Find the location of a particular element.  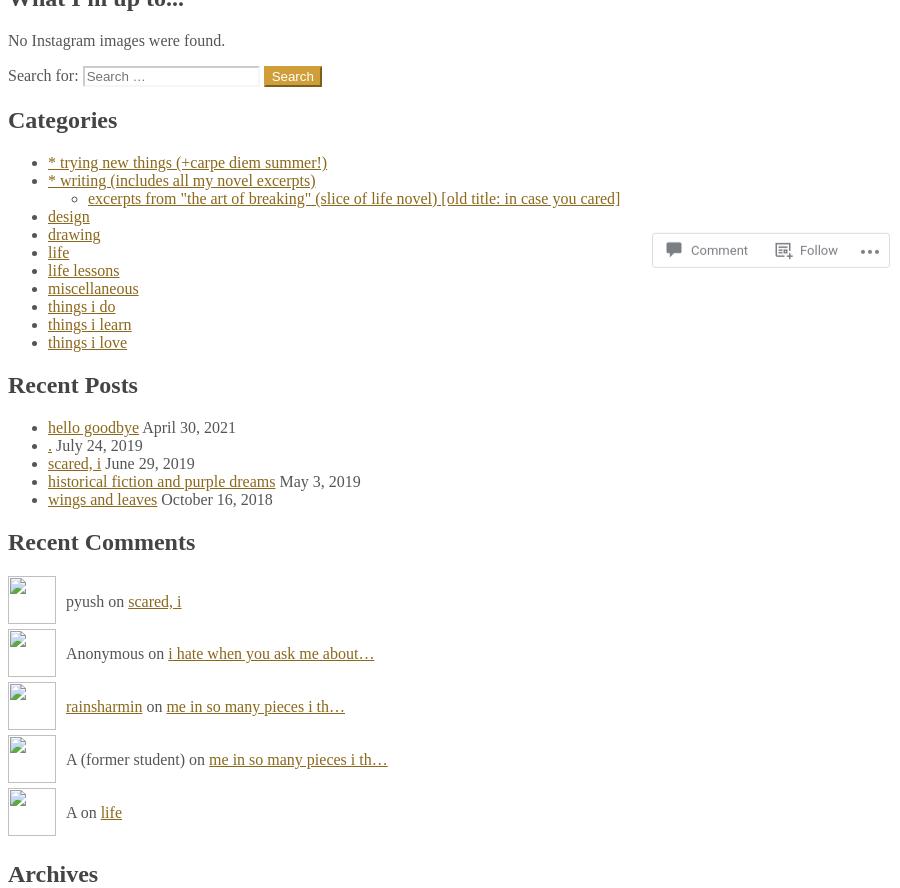

'* trying new things (+carpe diem summer!)' is located at coordinates (187, 162).